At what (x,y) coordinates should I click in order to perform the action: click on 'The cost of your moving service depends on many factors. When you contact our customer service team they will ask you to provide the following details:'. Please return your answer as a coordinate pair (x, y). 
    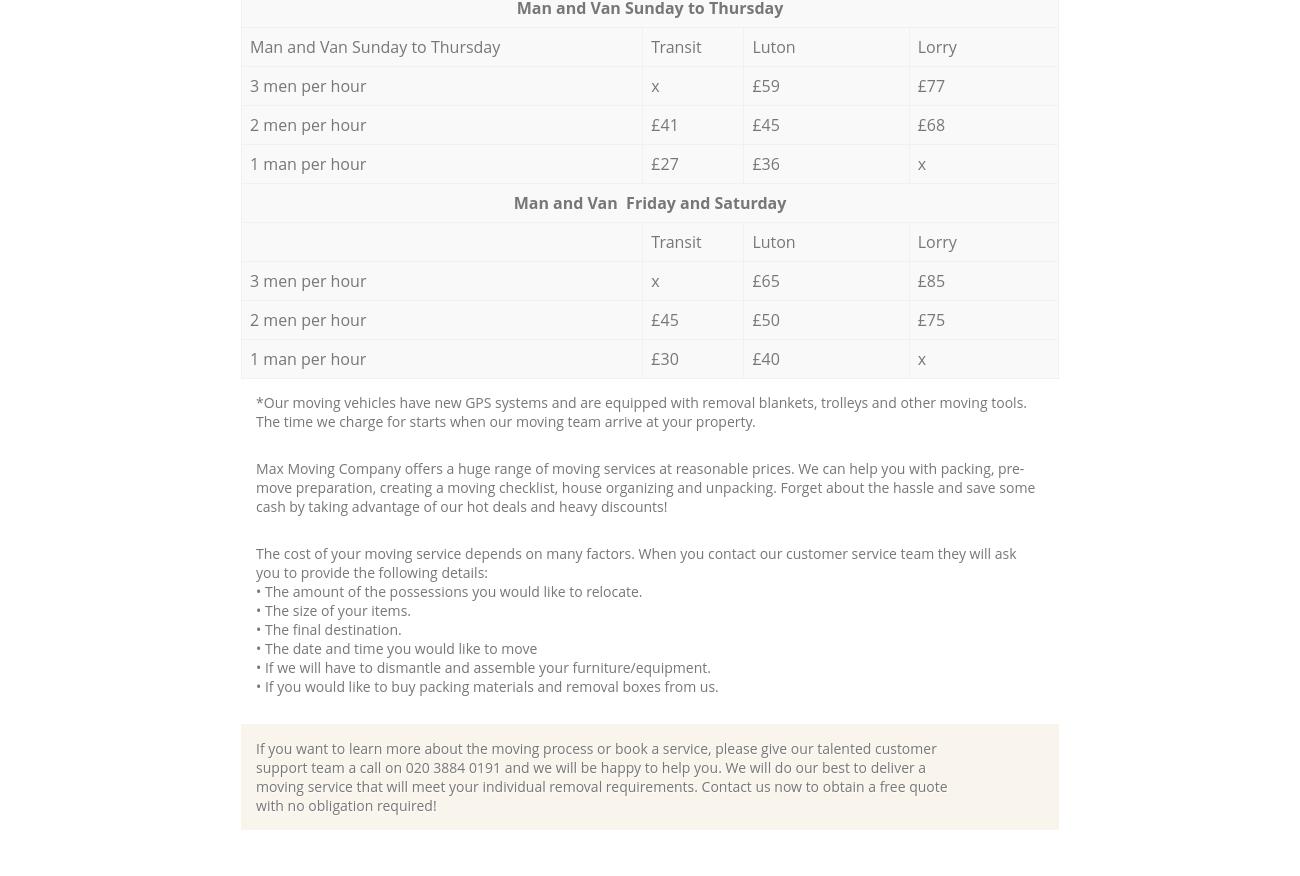
    Looking at the image, I should click on (635, 562).